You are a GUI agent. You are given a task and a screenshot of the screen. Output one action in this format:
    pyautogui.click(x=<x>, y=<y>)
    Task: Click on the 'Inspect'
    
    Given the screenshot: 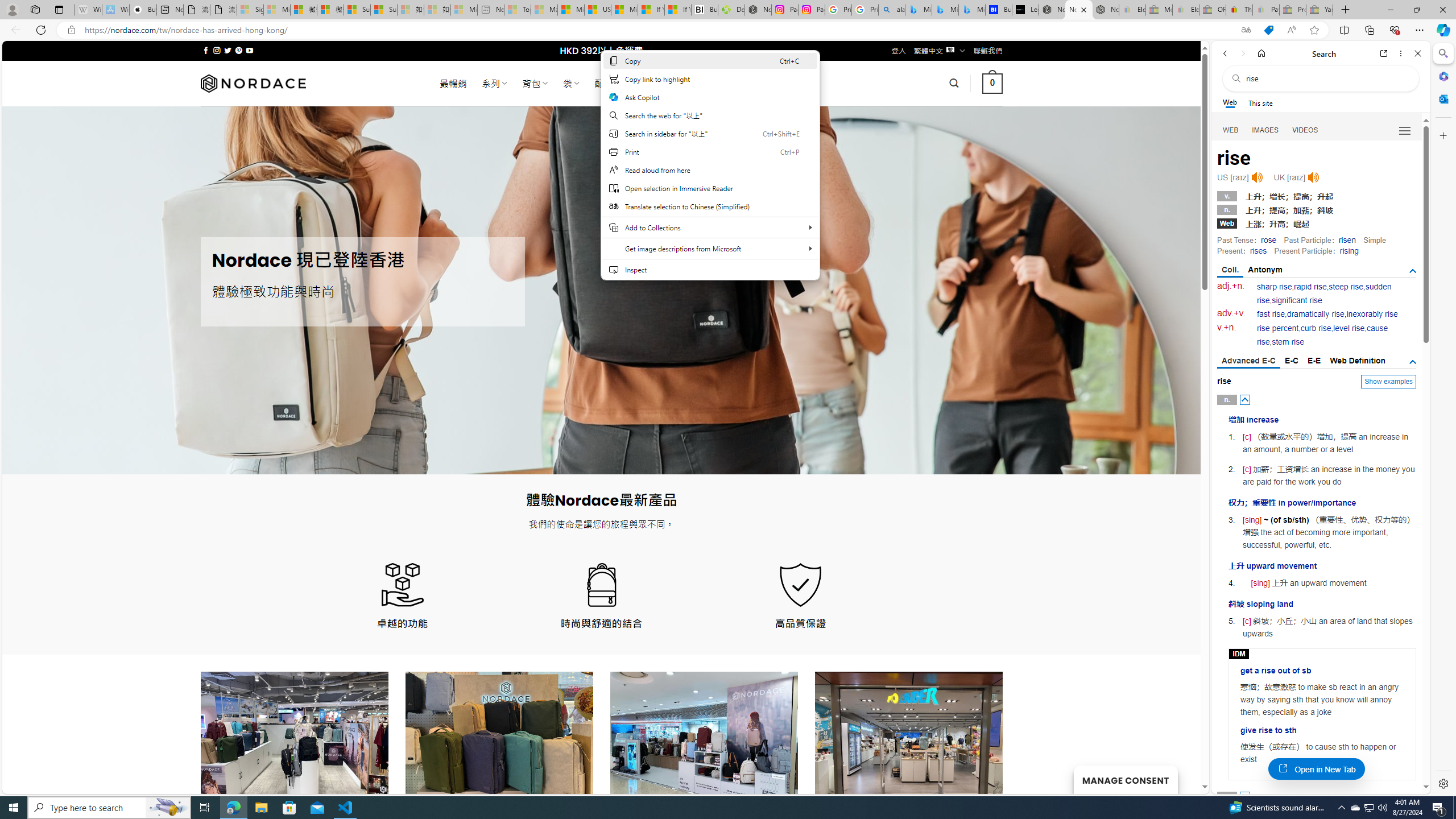 What is the action you would take?
    pyautogui.click(x=710, y=268)
    